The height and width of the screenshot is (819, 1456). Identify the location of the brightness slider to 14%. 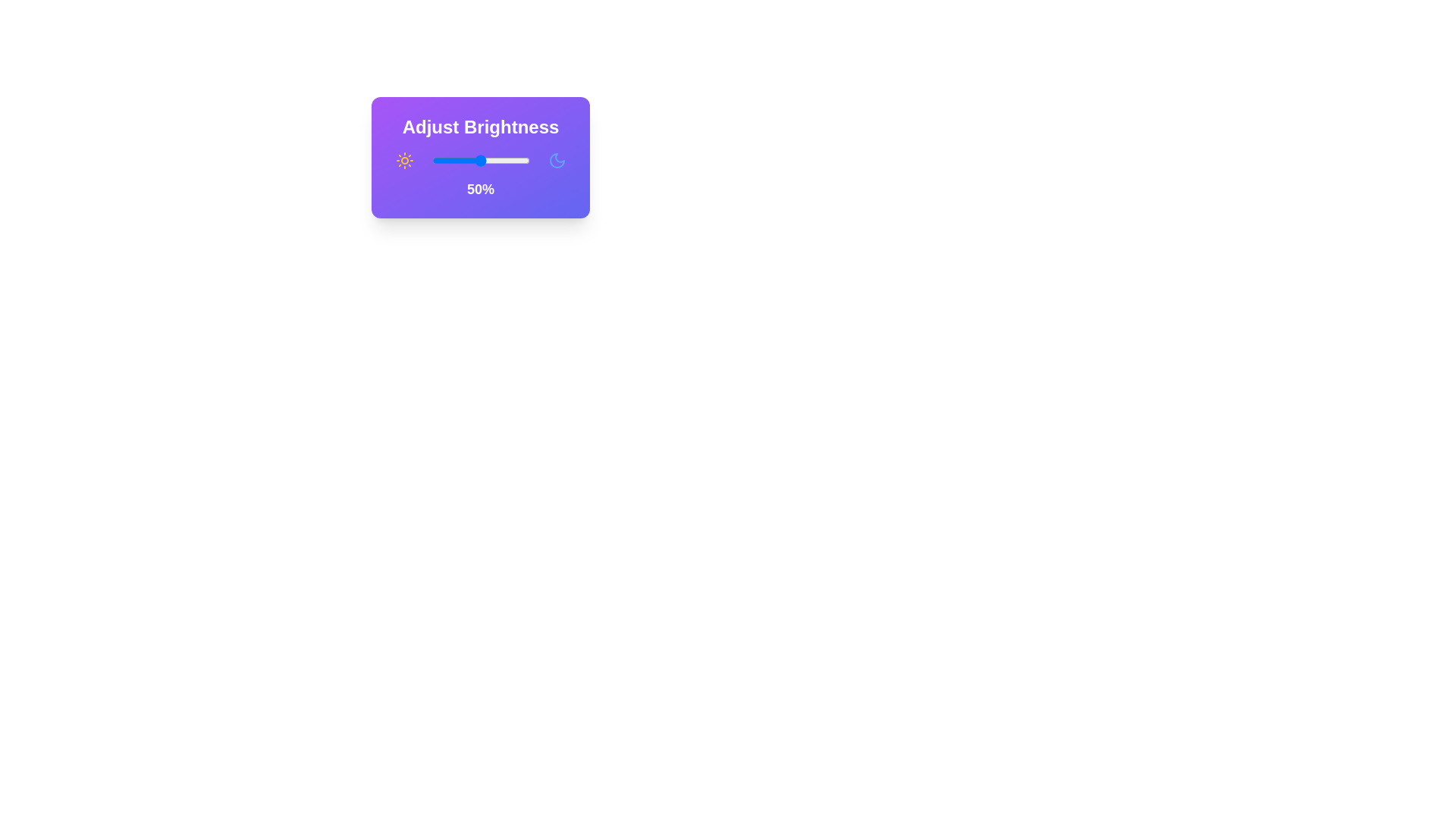
(444, 161).